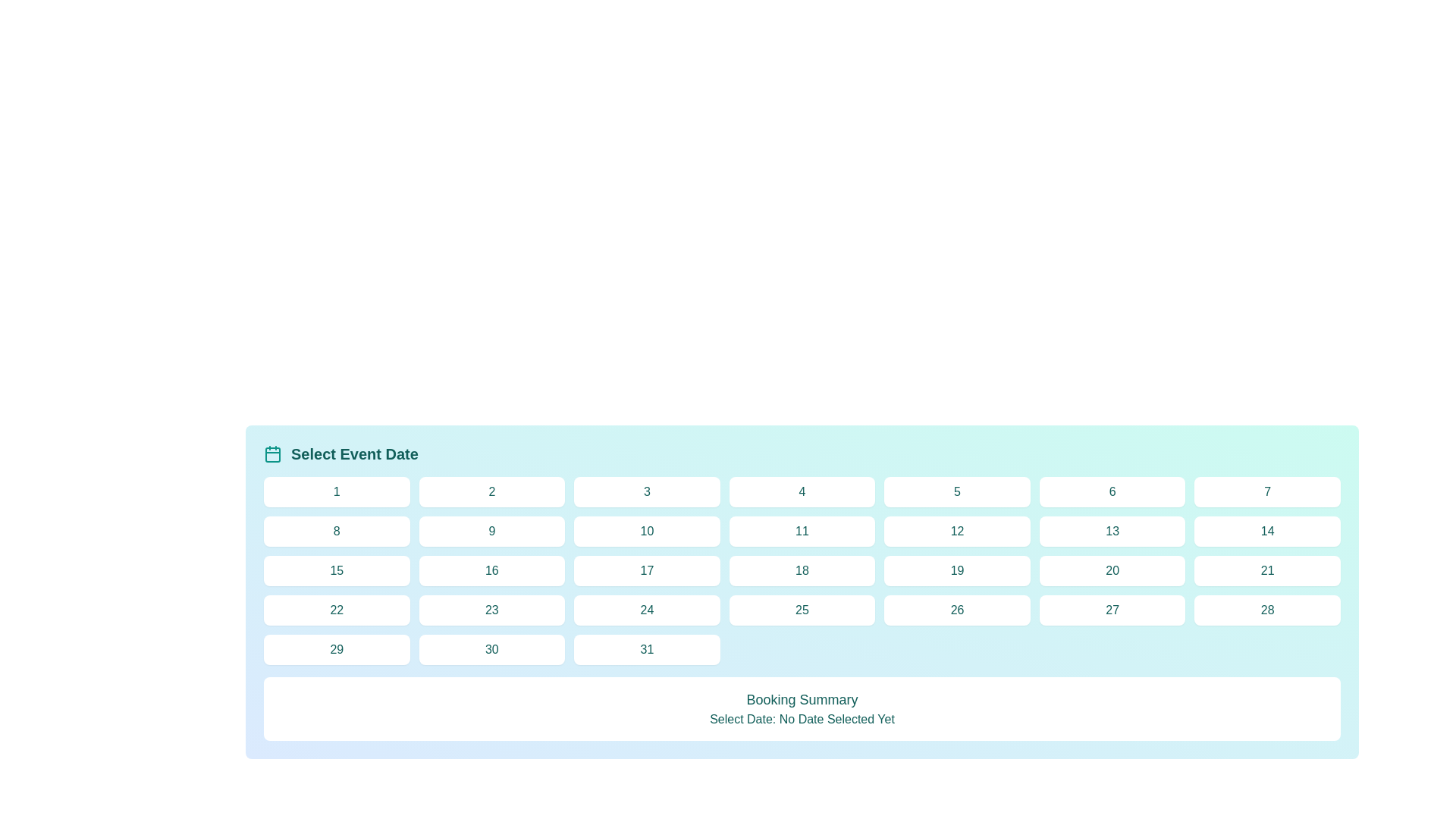 The width and height of the screenshot is (1456, 819). I want to click on the square button with a white background and teal text displaying the number '14', so click(1267, 531).